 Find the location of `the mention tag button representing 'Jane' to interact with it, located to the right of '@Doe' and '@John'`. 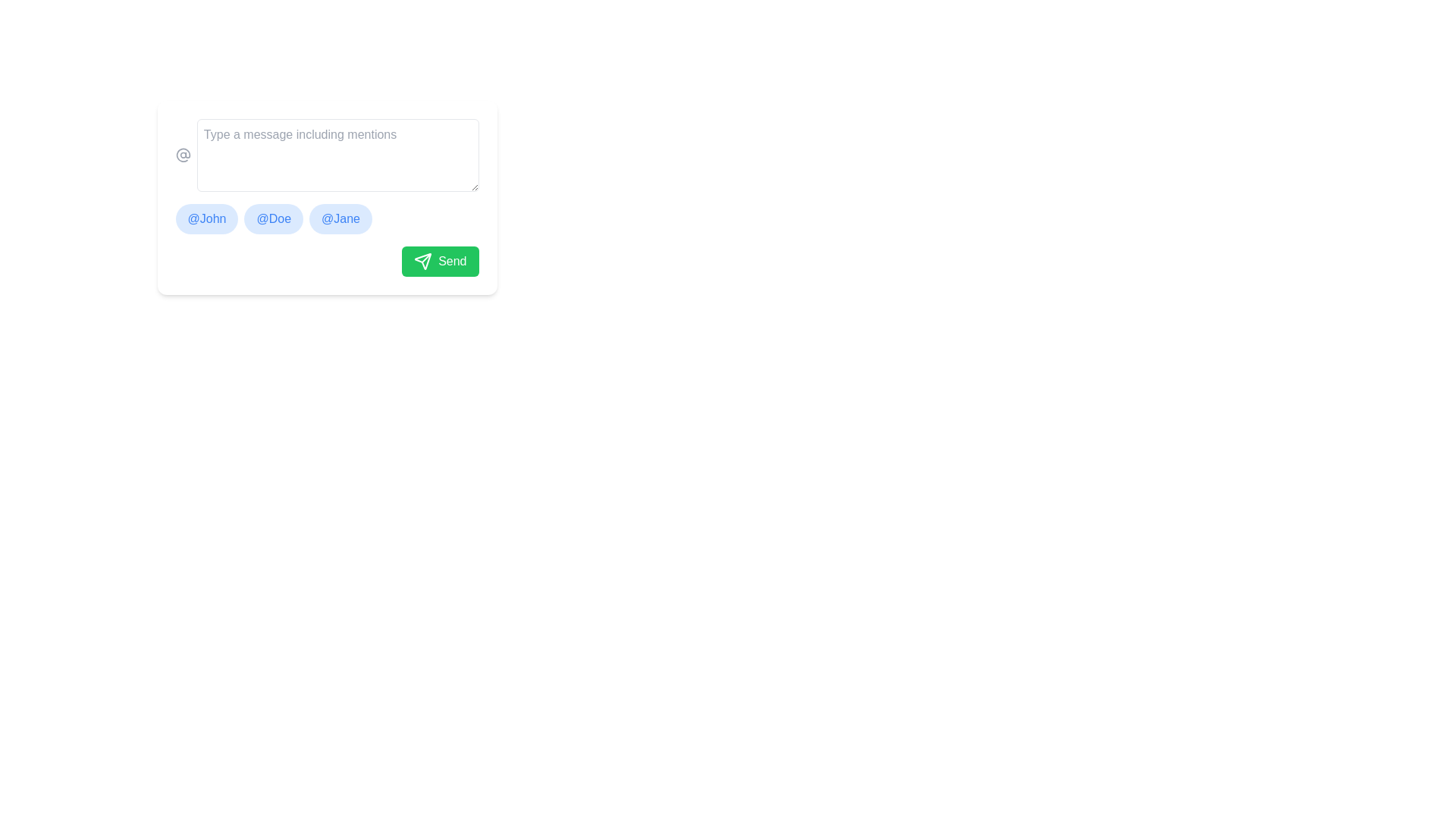

the mention tag button representing 'Jane' to interact with it, located to the right of '@Doe' and '@John' is located at coordinates (340, 219).